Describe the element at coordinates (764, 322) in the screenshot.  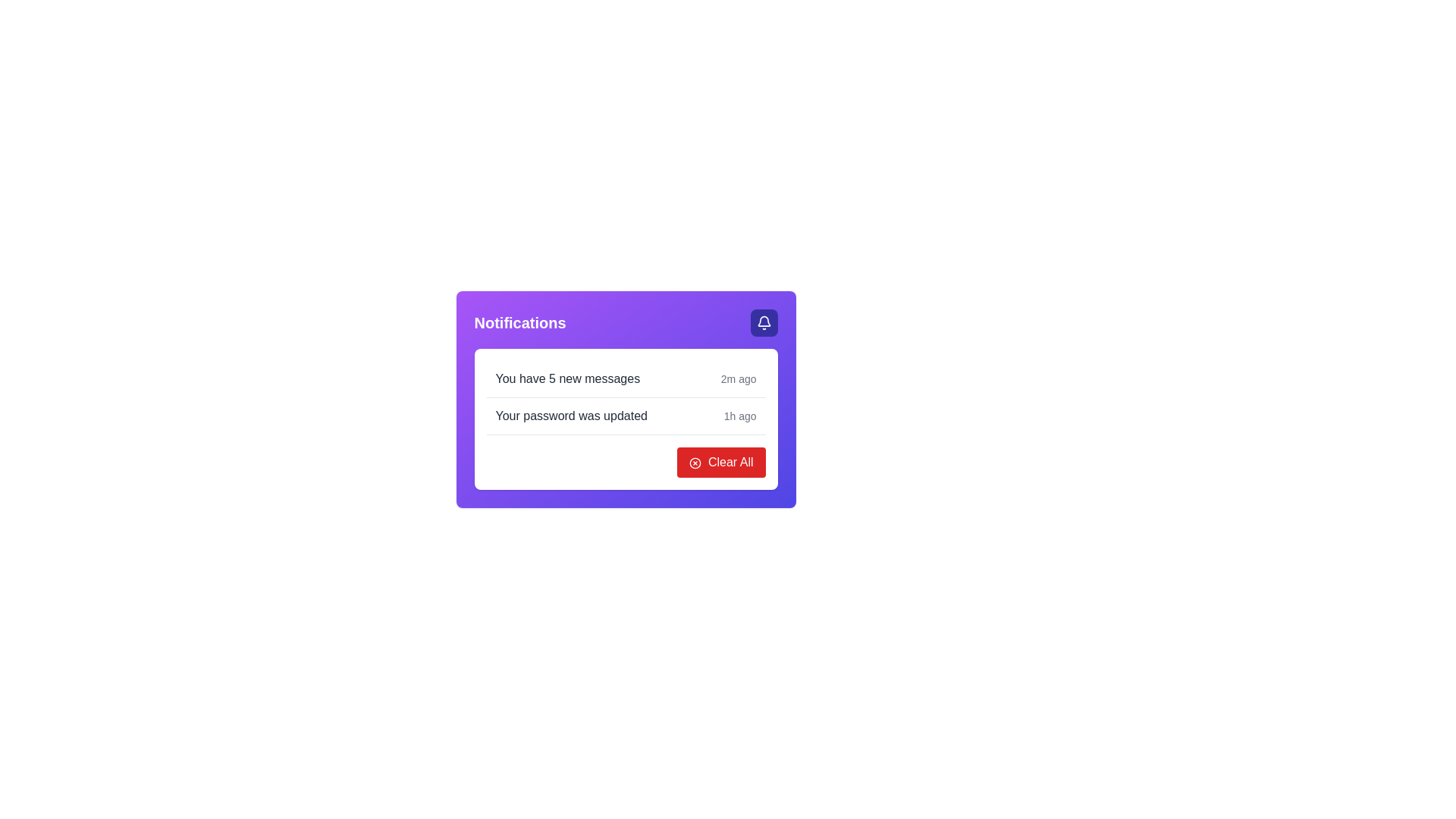
I see `the notification button with an icon located in the upper right corner of the notification card` at that location.